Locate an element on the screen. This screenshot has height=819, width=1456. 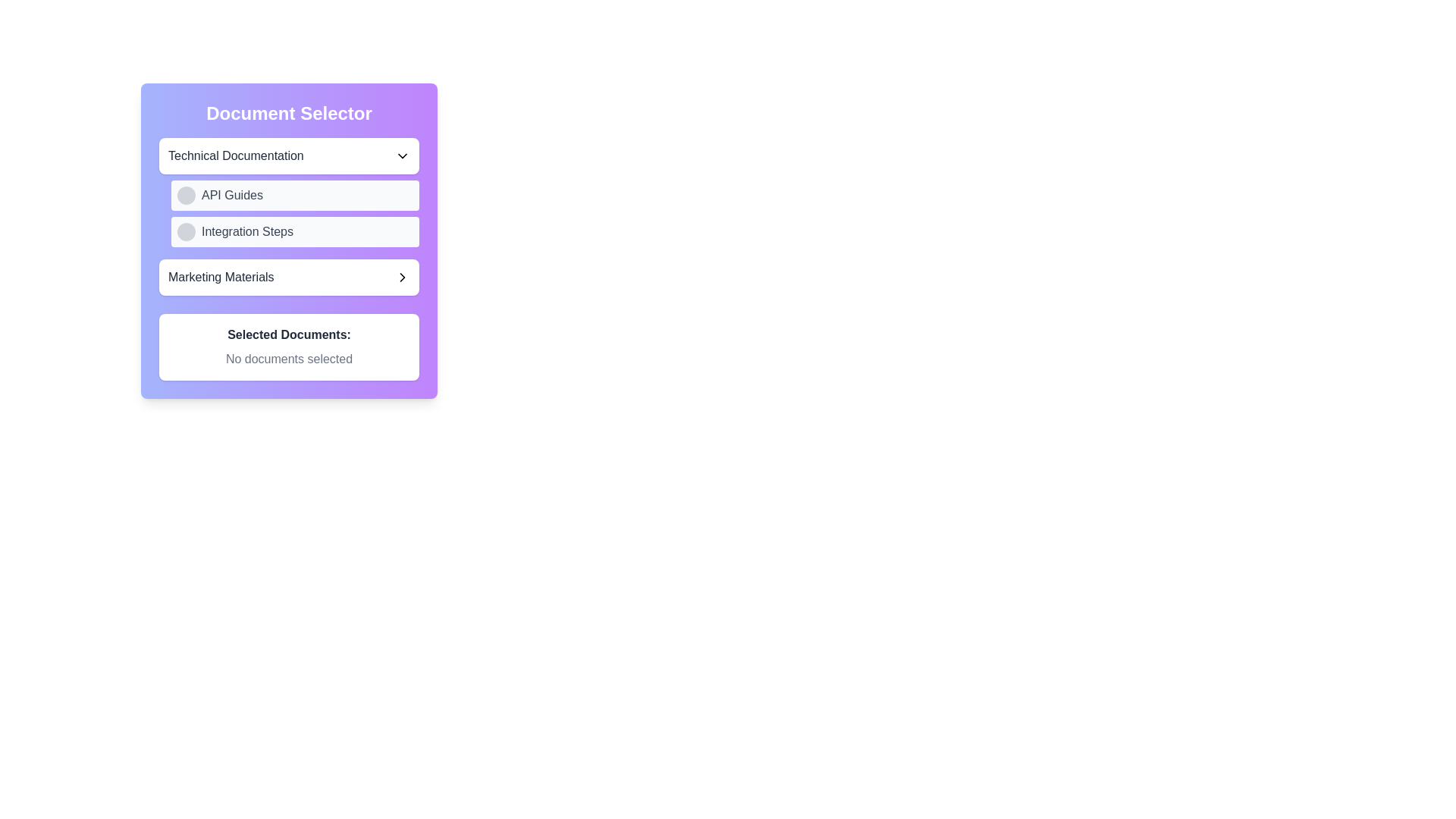
the 'API Guides' button, which is a horizontal rectangular button with rounded corners and a light gray background, located in the Document Selector panel is located at coordinates (295, 195).